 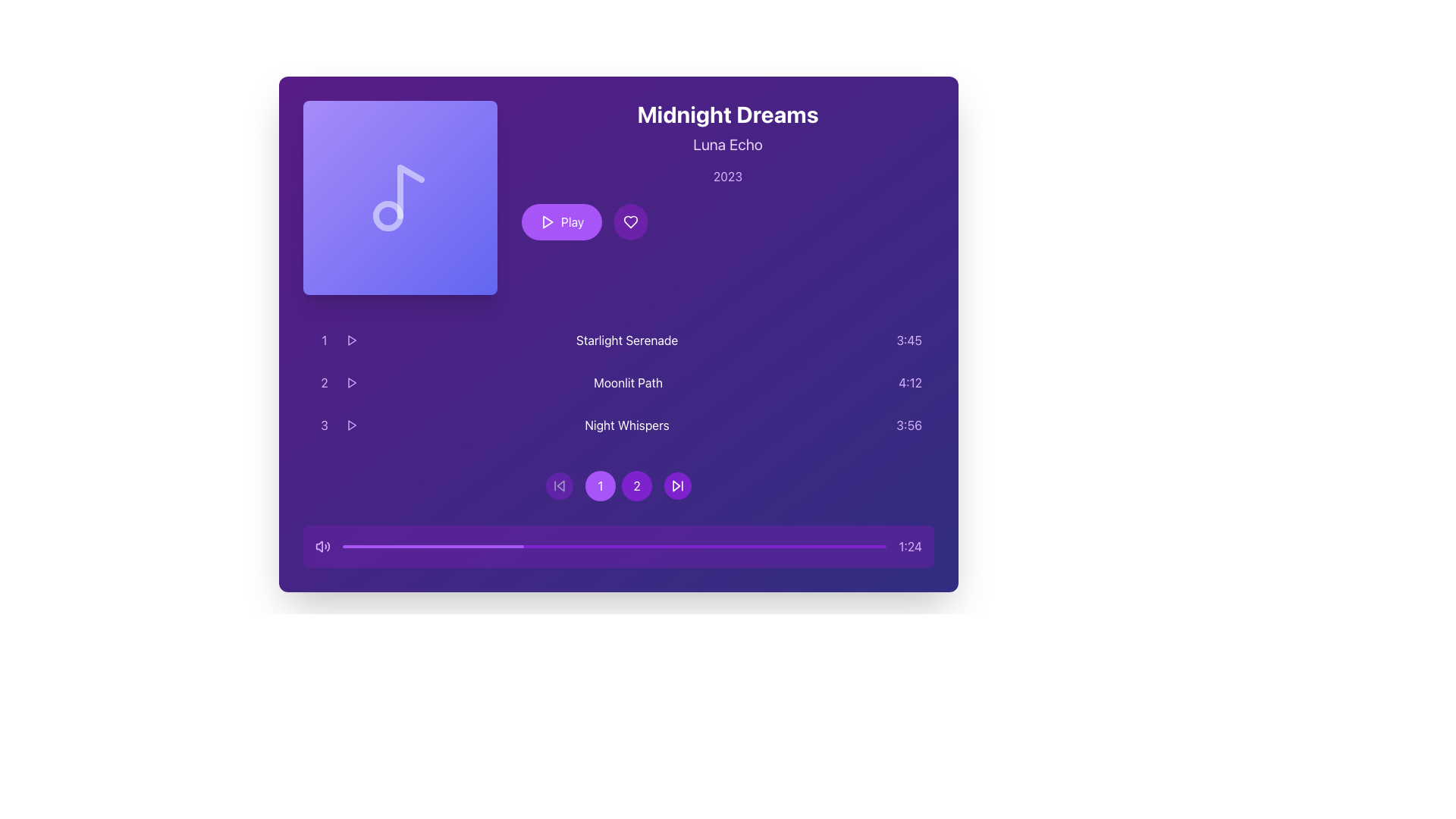 I want to click on playback position, so click(x=489, y=547).